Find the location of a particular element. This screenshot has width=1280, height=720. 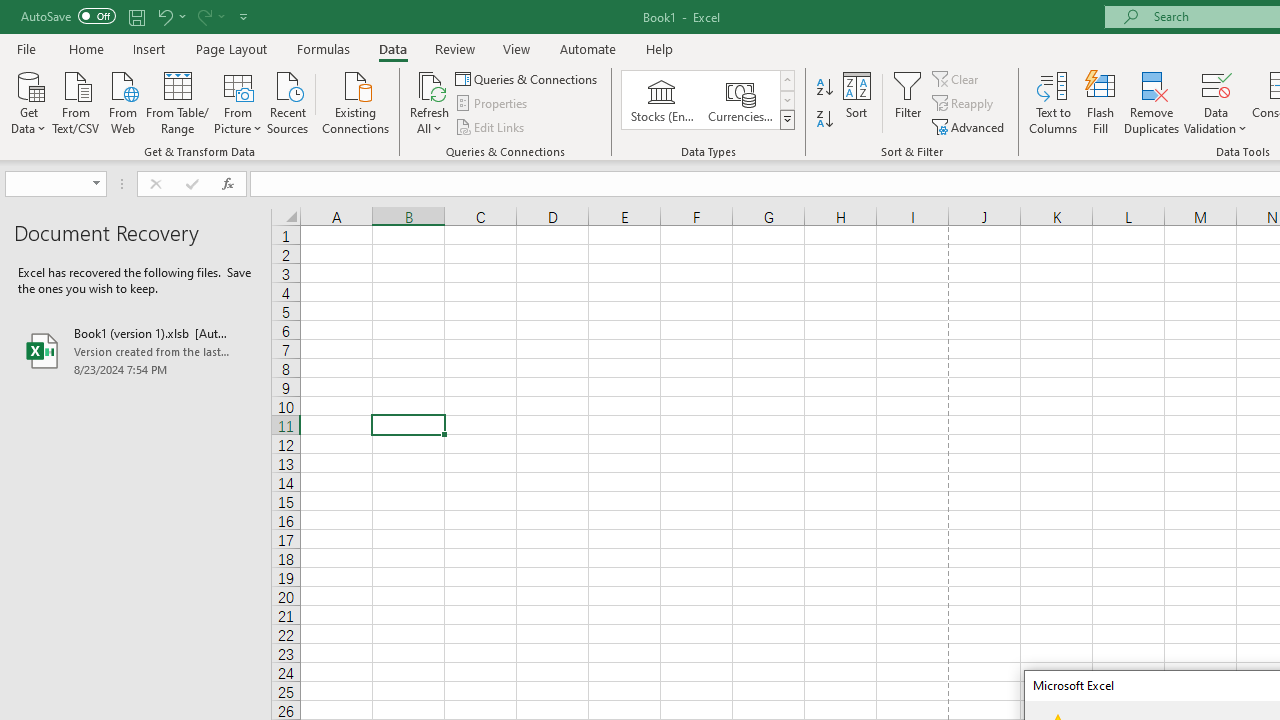

'Queries & Connections' is located at coordinates (528, 78).